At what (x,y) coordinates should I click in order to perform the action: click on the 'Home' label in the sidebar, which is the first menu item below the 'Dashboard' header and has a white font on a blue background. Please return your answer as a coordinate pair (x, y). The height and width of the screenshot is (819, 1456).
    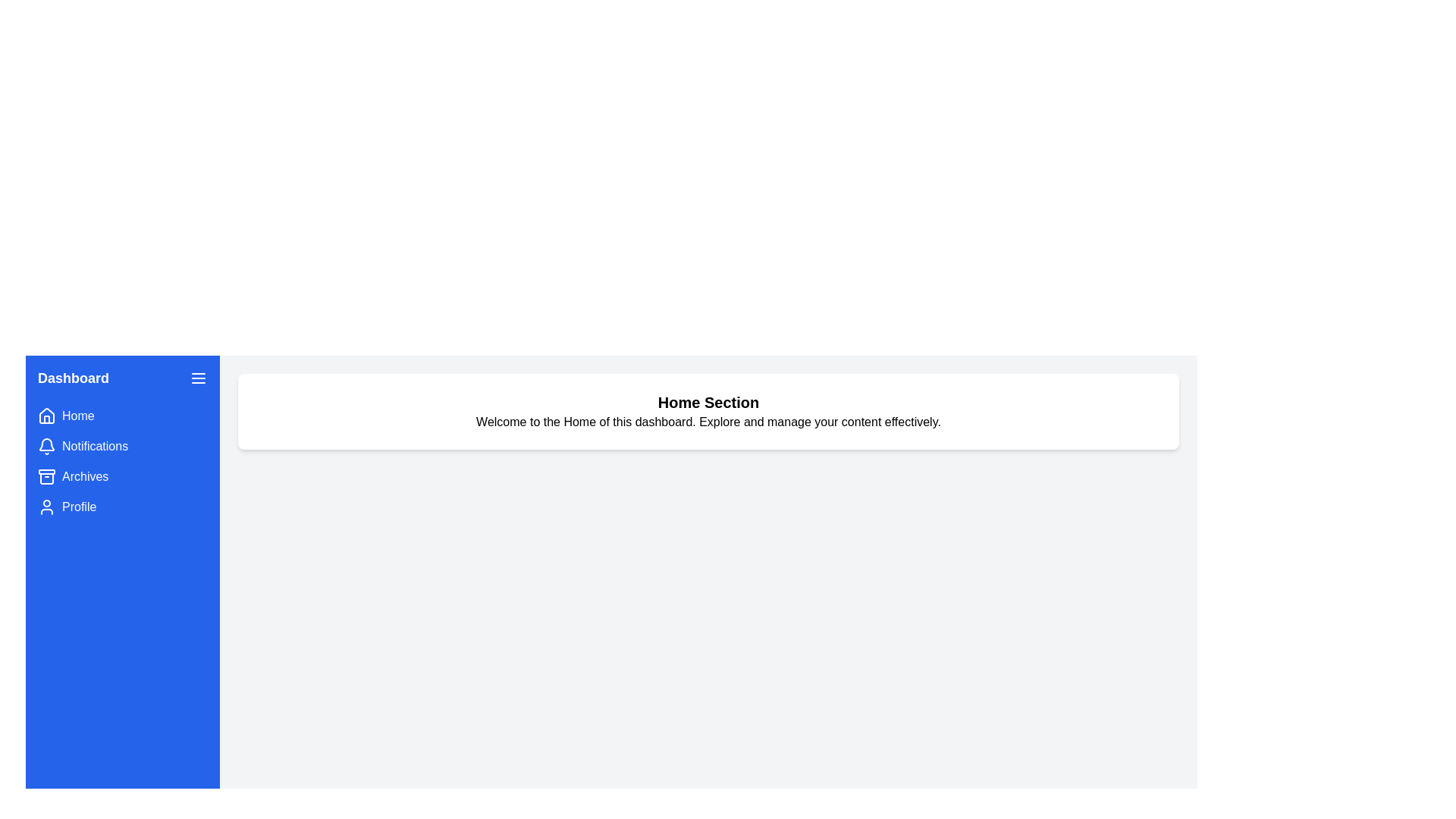
    Looking at the image, I should click on (77, 416).